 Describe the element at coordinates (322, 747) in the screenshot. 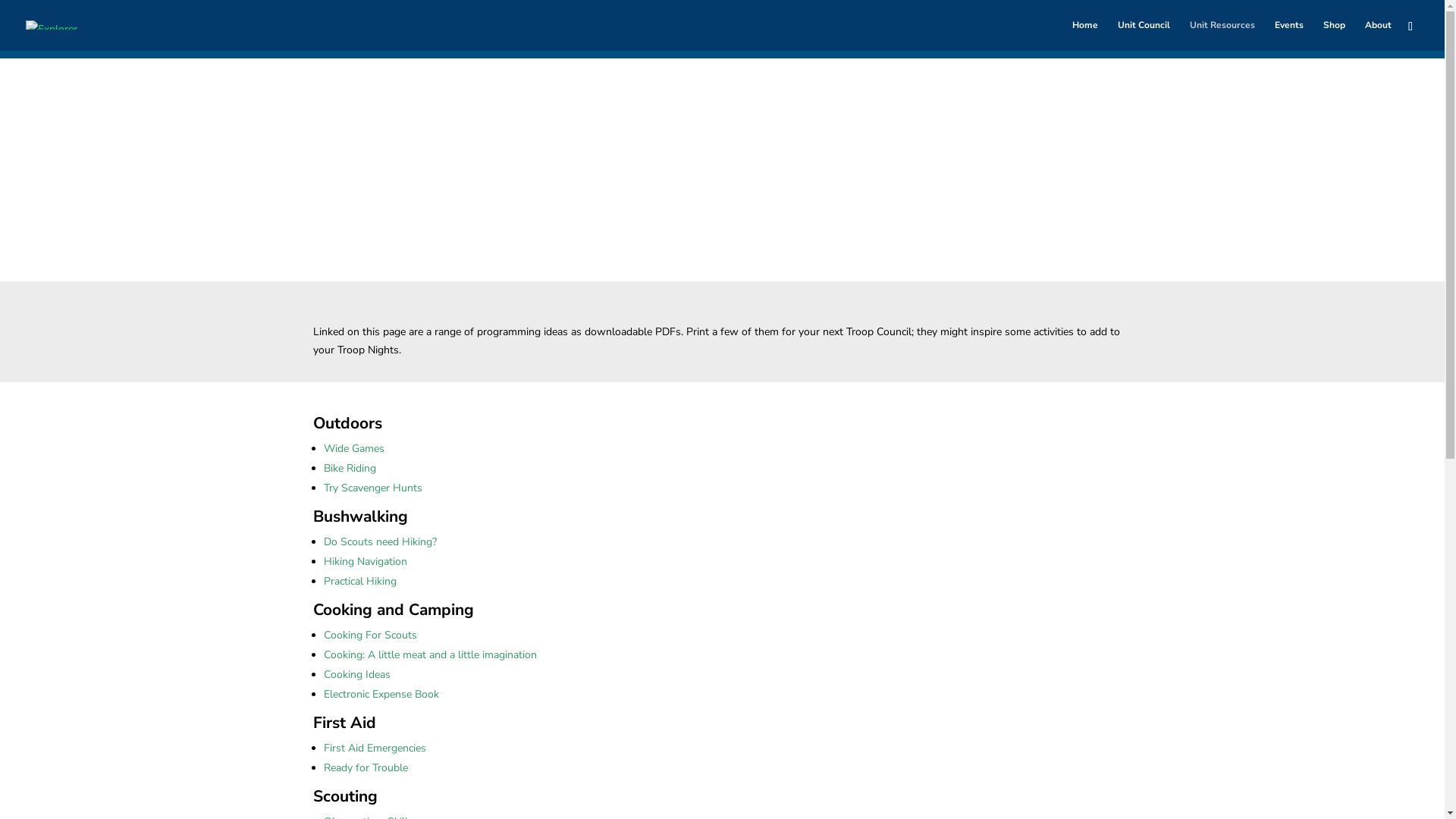

I see `'First Aid Emergencies'` at that location.